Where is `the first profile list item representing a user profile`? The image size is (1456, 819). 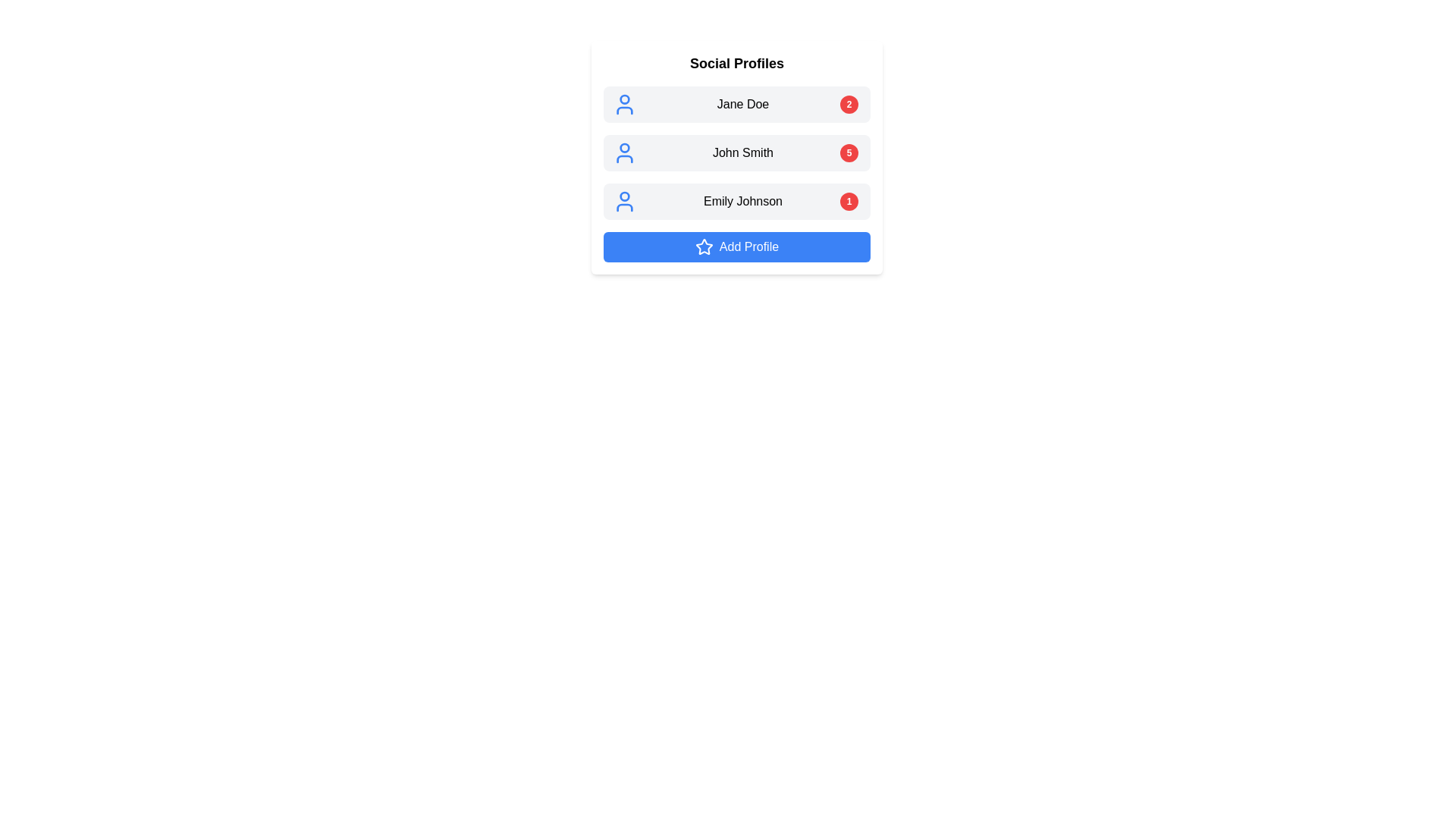
the first profile list item representing a user profile is located at coordinates (736, 104).